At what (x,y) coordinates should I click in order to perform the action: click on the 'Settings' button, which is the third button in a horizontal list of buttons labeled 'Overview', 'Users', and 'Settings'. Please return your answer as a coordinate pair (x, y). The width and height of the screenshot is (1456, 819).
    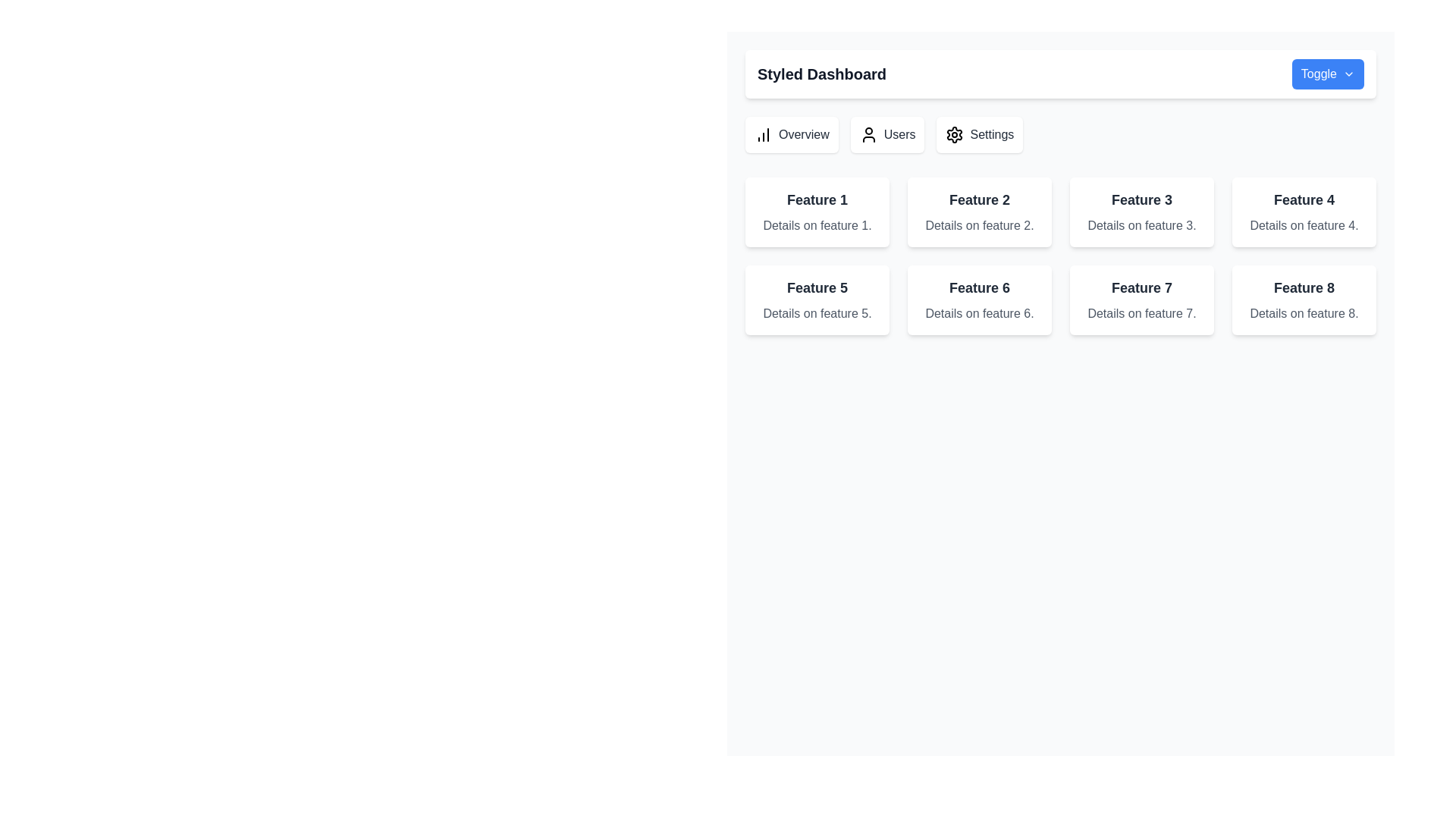
    Looking at the image, I should click on (980, 133).